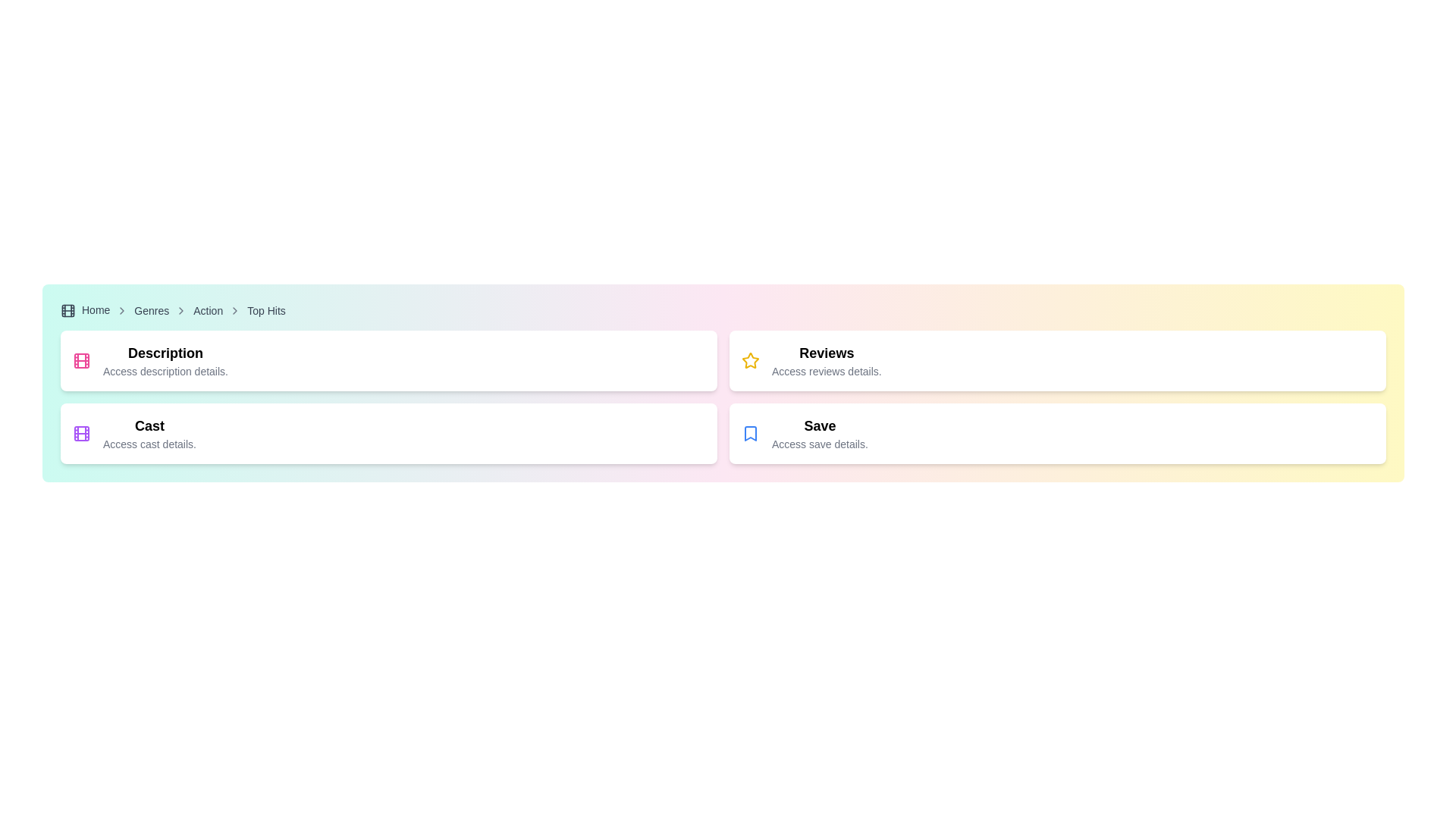 This screenshot has width=1456, height=819. I want to click on the 'Genres' link in the breadcrumb navigation bar, so click(152, 309).